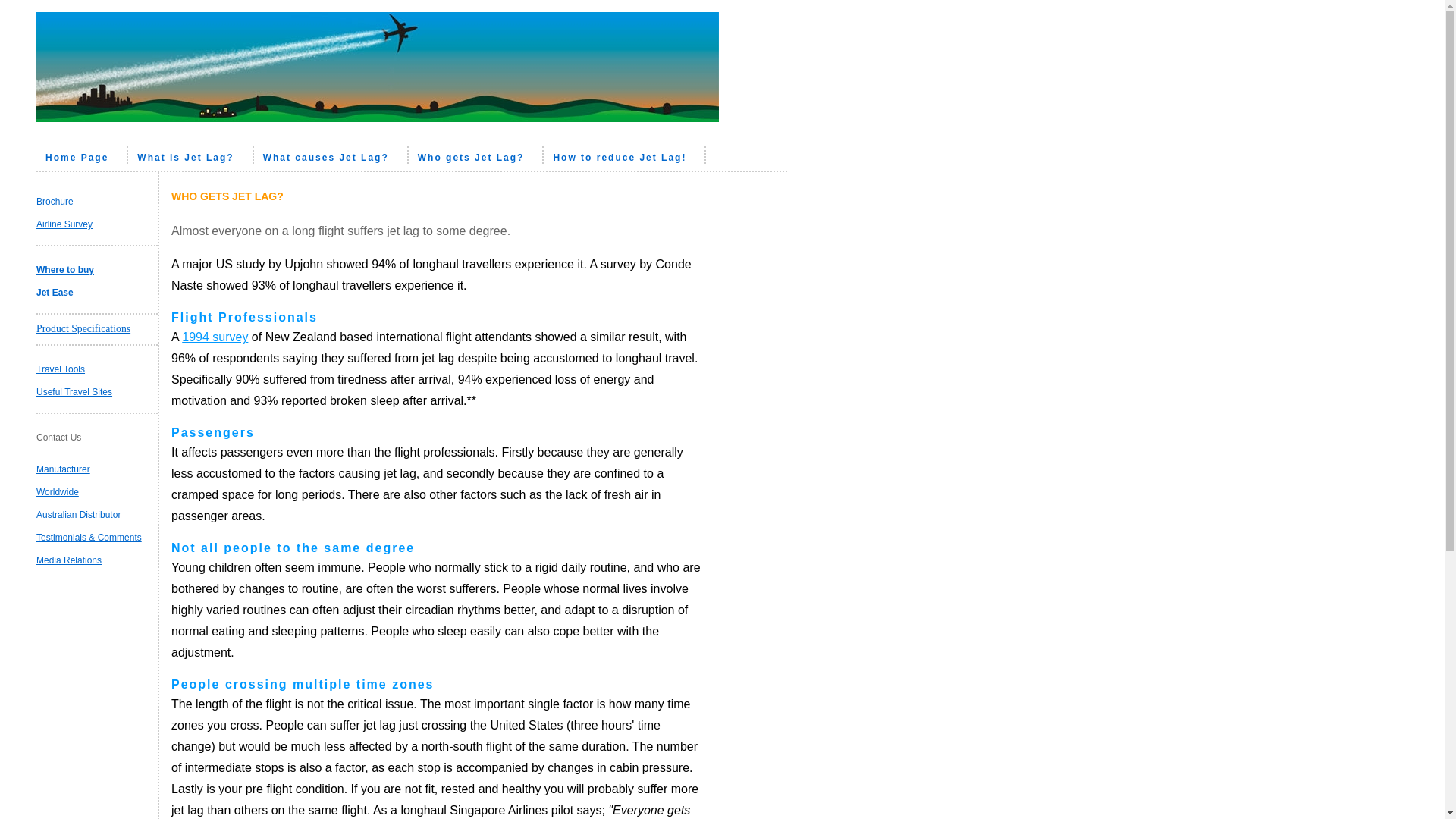  Describe the element at coordinates (475, 155) in the screenshot. I see `'Who gets Jet Lag?'` at that location.